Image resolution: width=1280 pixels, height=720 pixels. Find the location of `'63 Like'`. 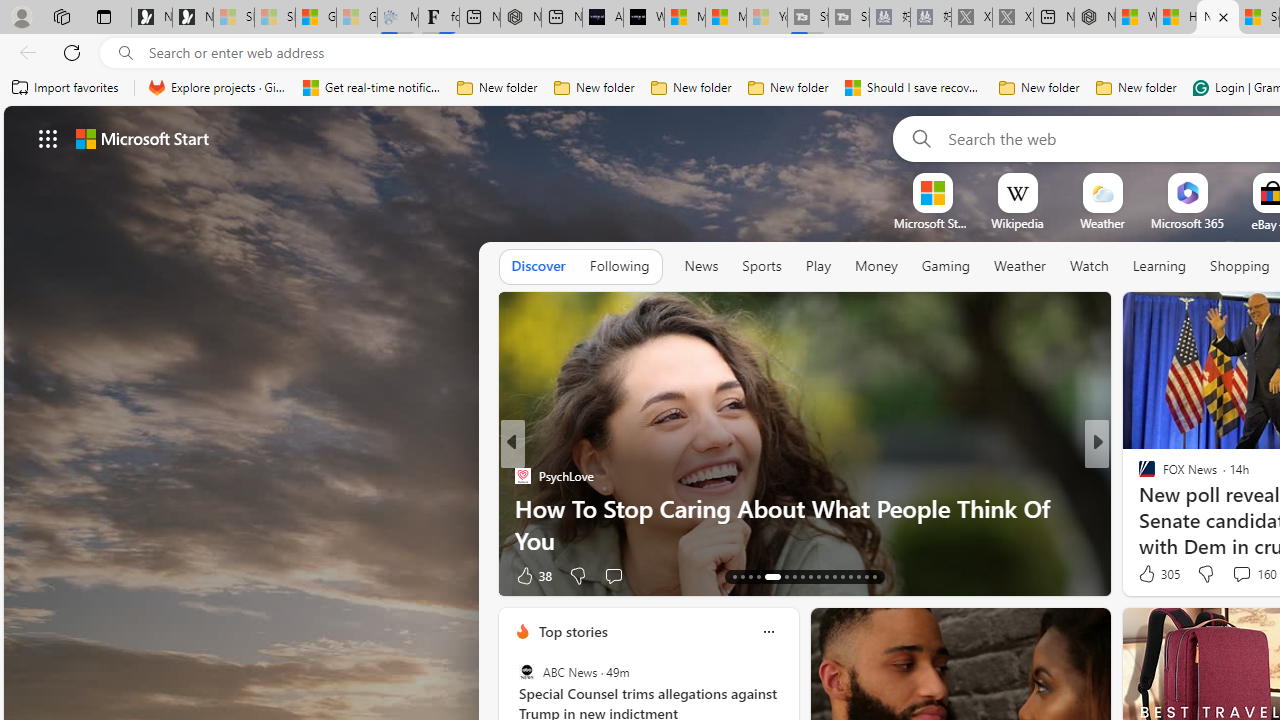

'63 Like' is located at coordinates (1149, 575).